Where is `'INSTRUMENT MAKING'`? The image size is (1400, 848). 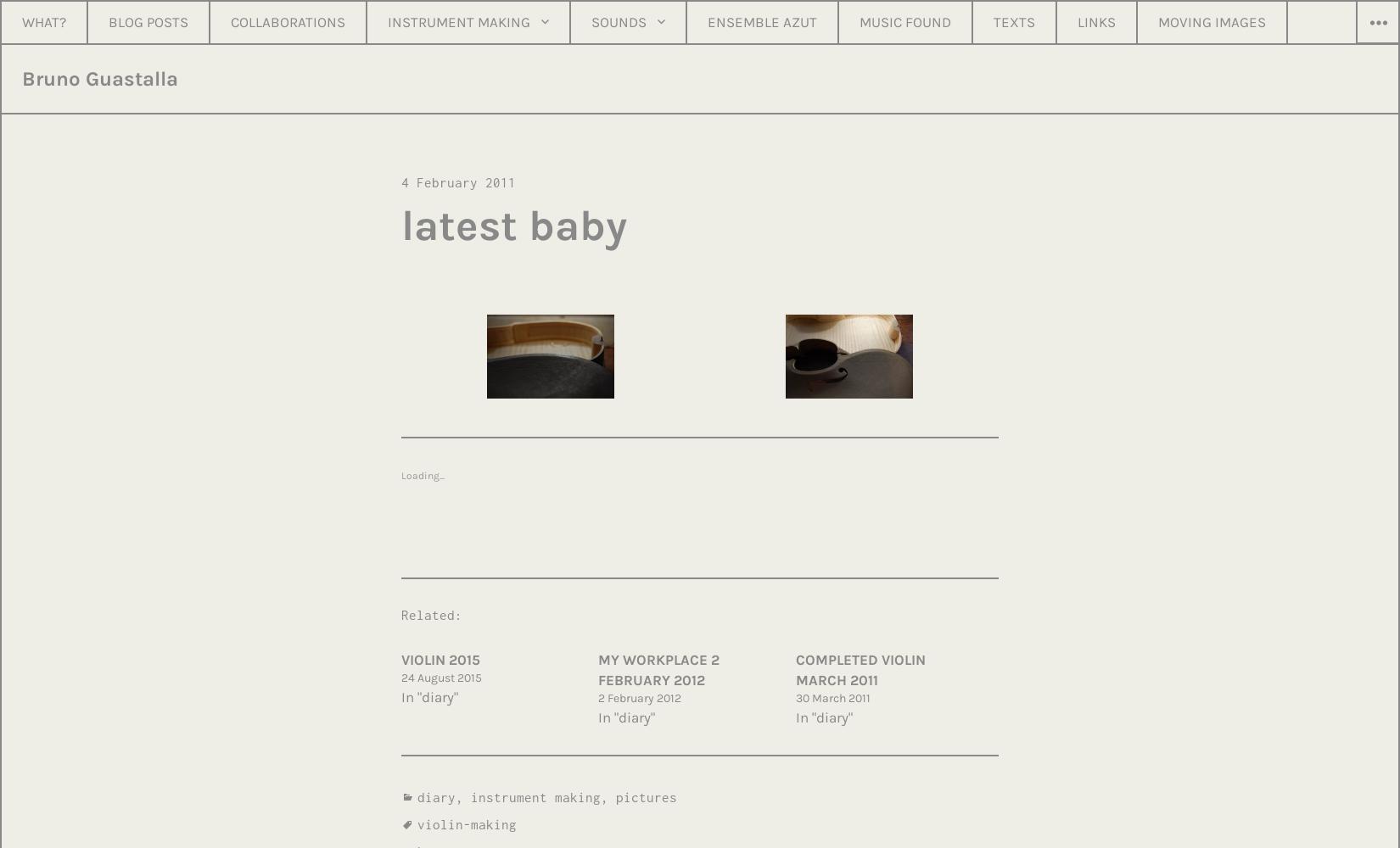 'INSTRUMENT MAKING' is located at coordinates (458, 22).